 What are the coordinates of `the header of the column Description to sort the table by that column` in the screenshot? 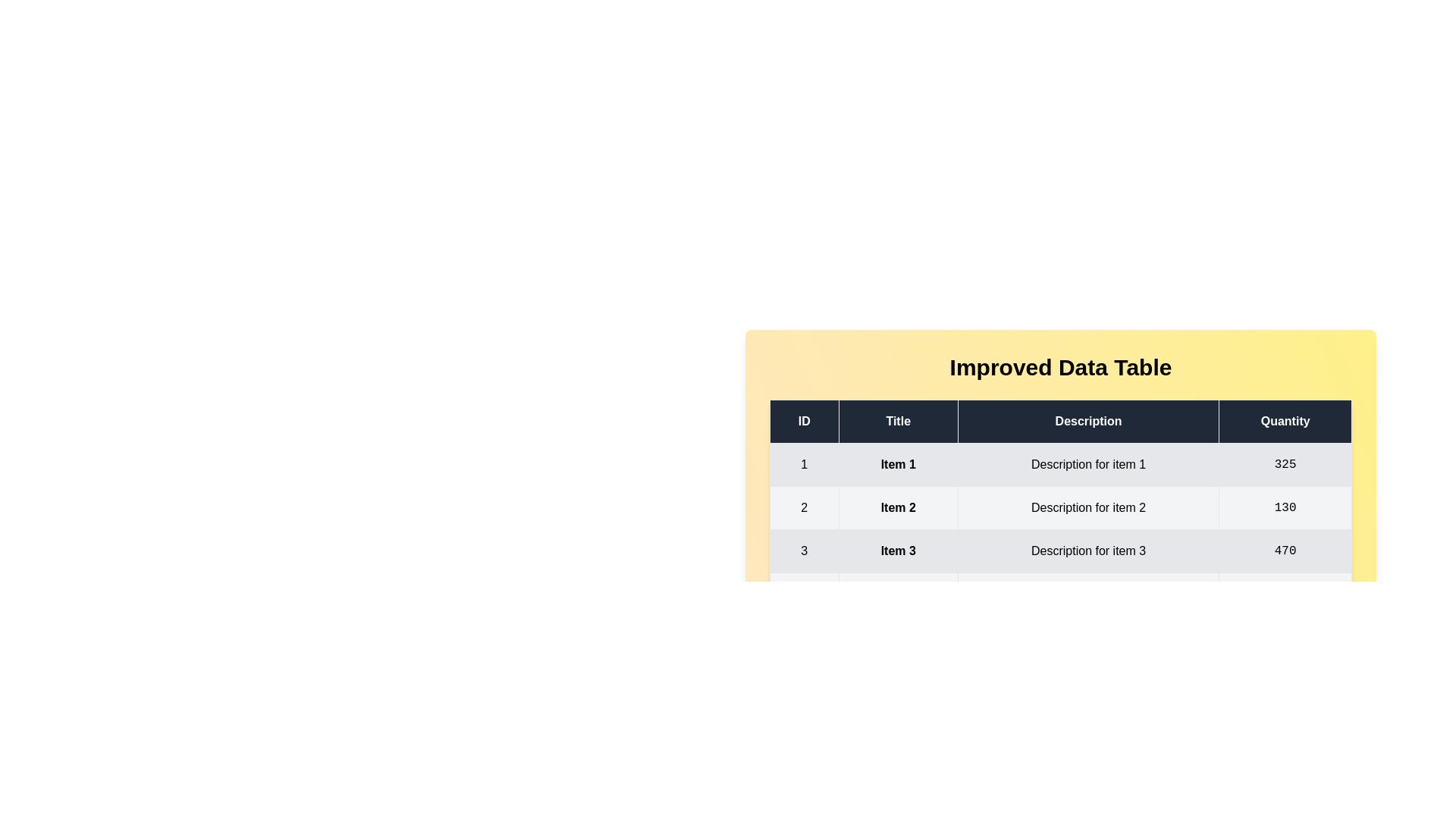 It's located at (1087, 421).